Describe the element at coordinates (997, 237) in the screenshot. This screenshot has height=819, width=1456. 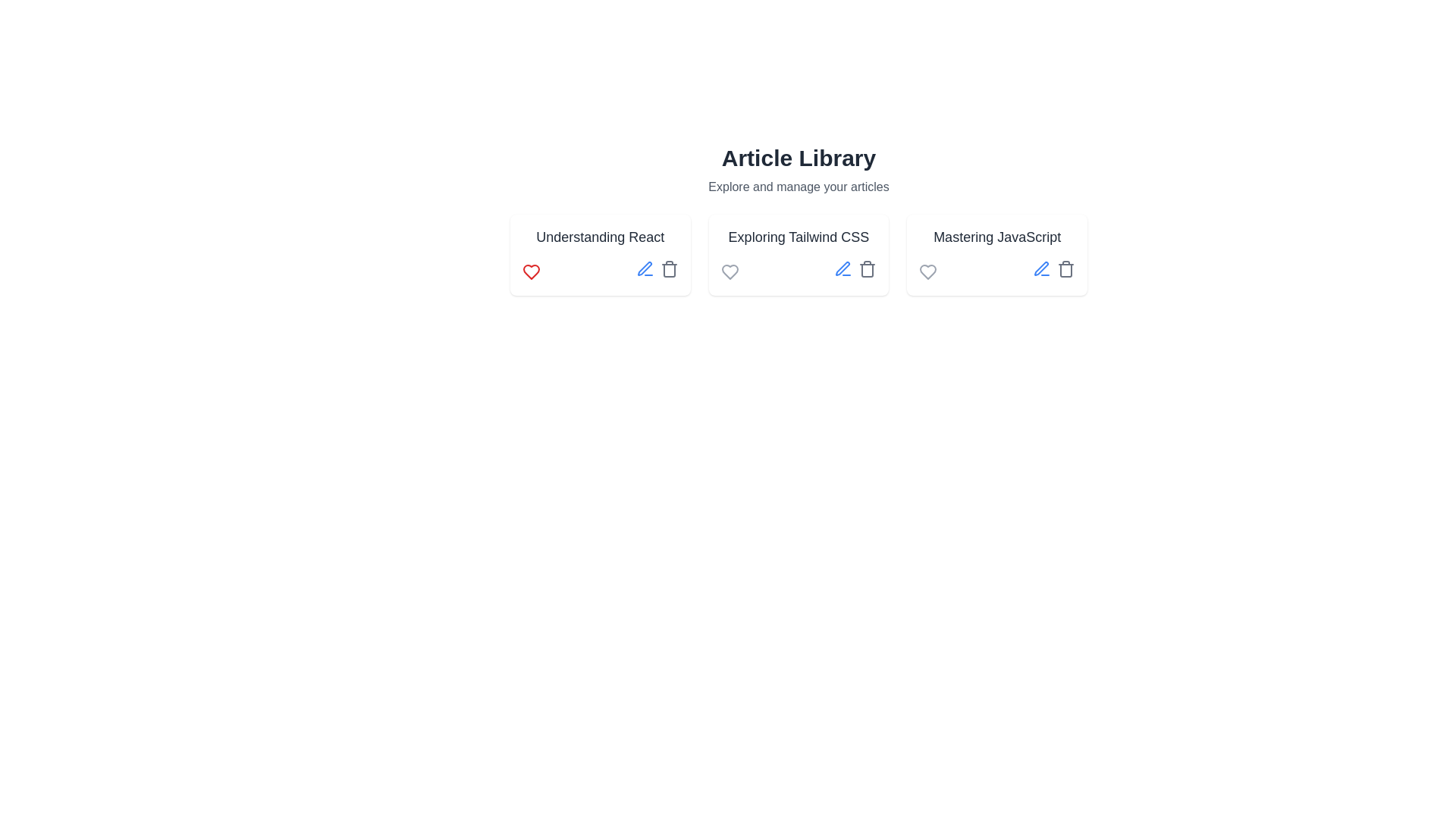
I see `the text label displaying the title 'Mastering JavaScript' in bold gray font, located in the last card of the 'Article Library' section` at that location.